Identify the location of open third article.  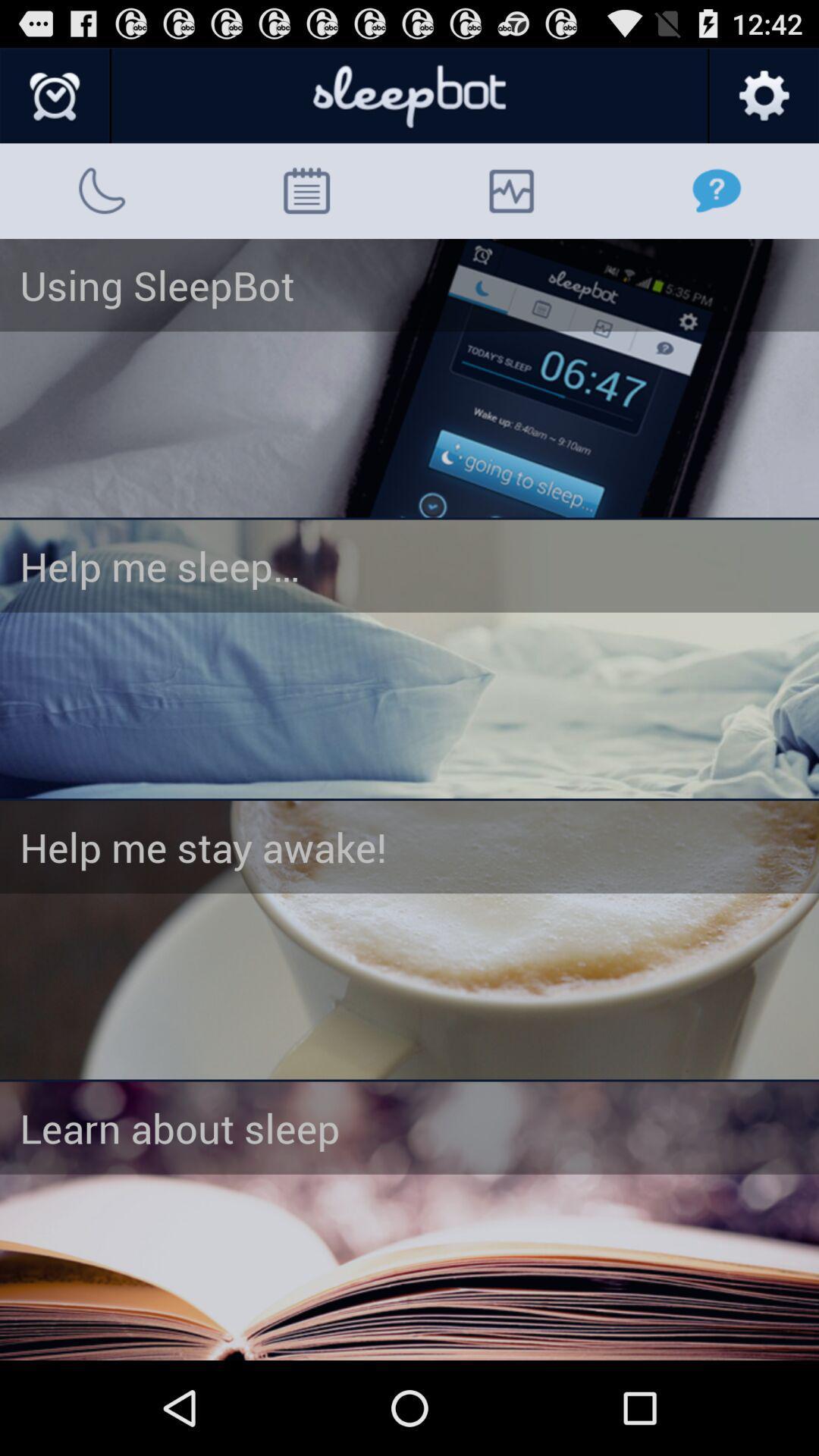
(409, 939).